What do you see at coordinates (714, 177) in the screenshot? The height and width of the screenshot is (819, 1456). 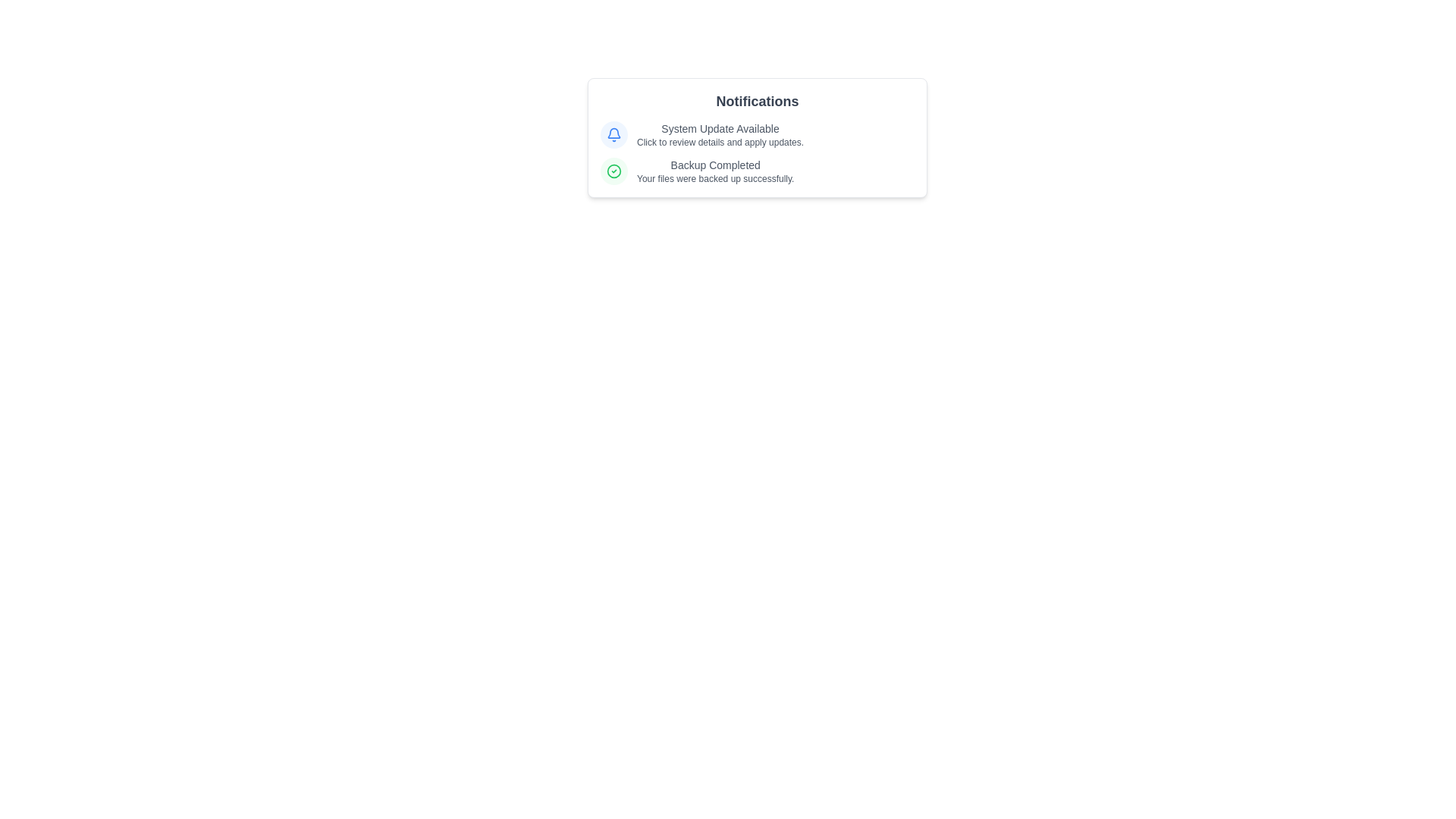 I see `the text label that provides confirmation details about the completed backup process, located in the second line within the notification card following 'Backup Completed'` at bounding box center [714, 177].